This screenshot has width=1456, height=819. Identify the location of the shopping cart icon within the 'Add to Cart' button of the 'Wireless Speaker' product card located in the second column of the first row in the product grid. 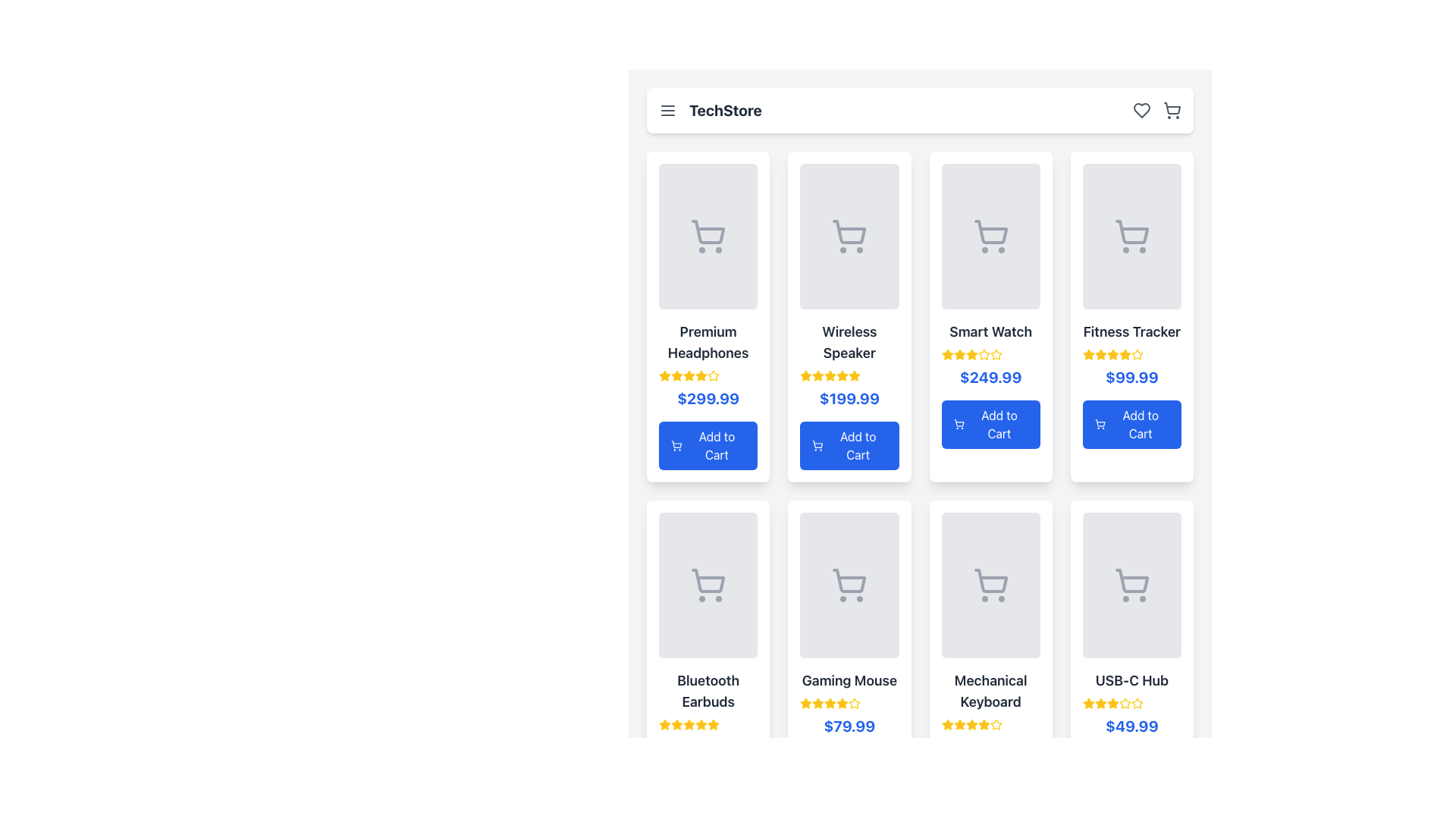
(817, 444).